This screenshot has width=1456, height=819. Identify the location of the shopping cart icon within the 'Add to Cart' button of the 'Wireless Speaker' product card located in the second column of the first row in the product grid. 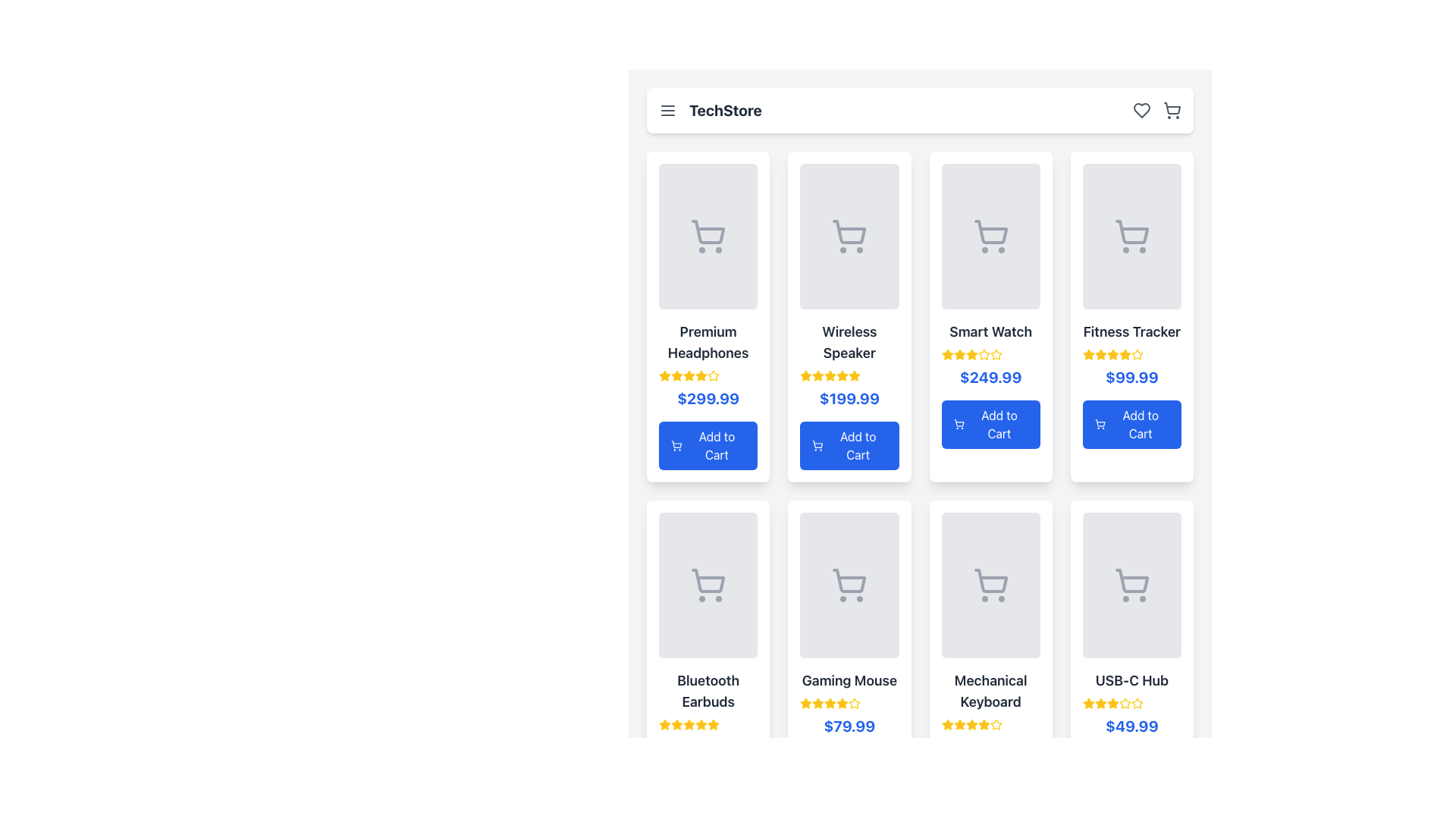
(817, 444).